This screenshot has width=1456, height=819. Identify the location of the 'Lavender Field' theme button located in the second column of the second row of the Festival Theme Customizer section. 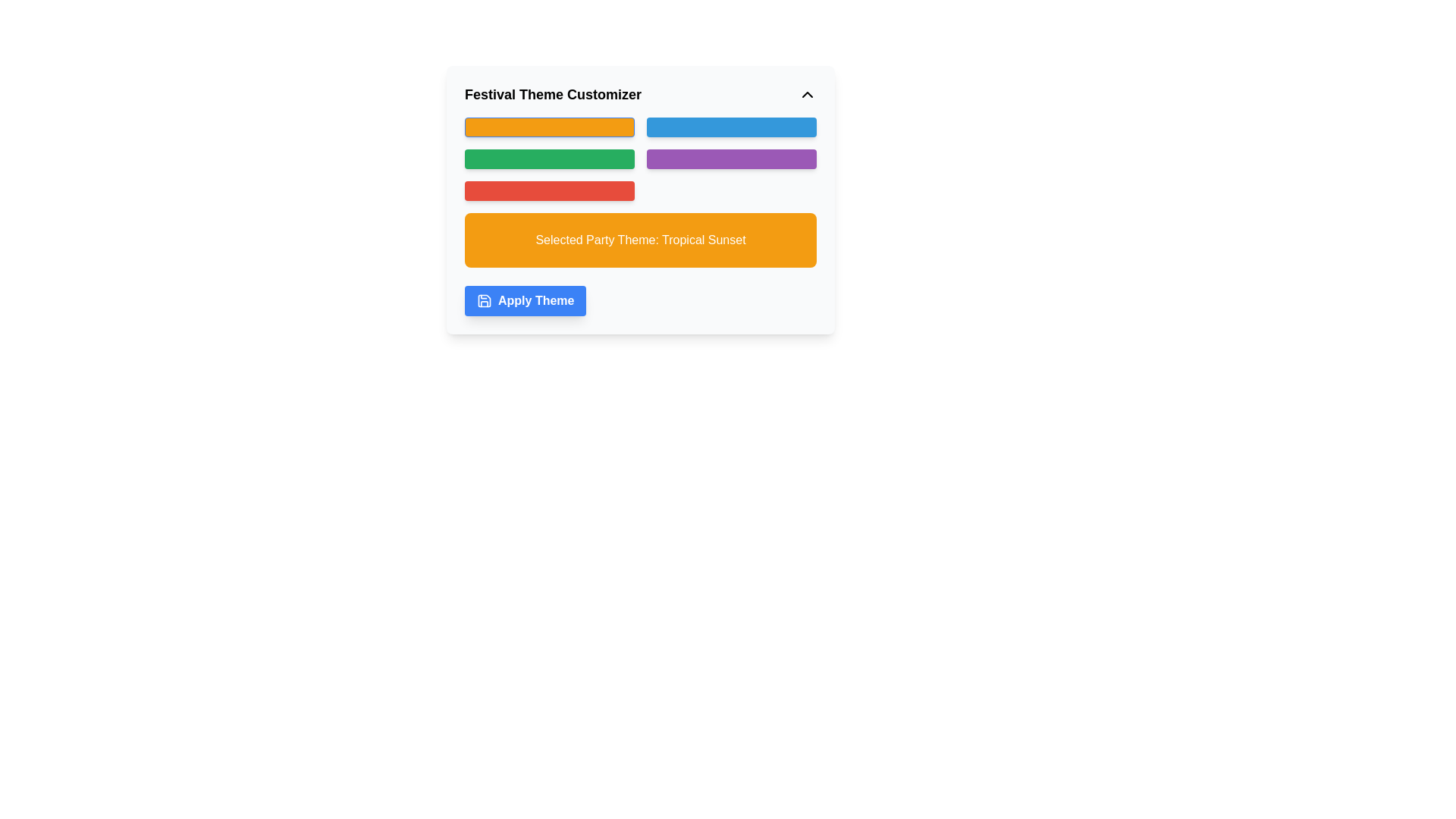
(731, 158).